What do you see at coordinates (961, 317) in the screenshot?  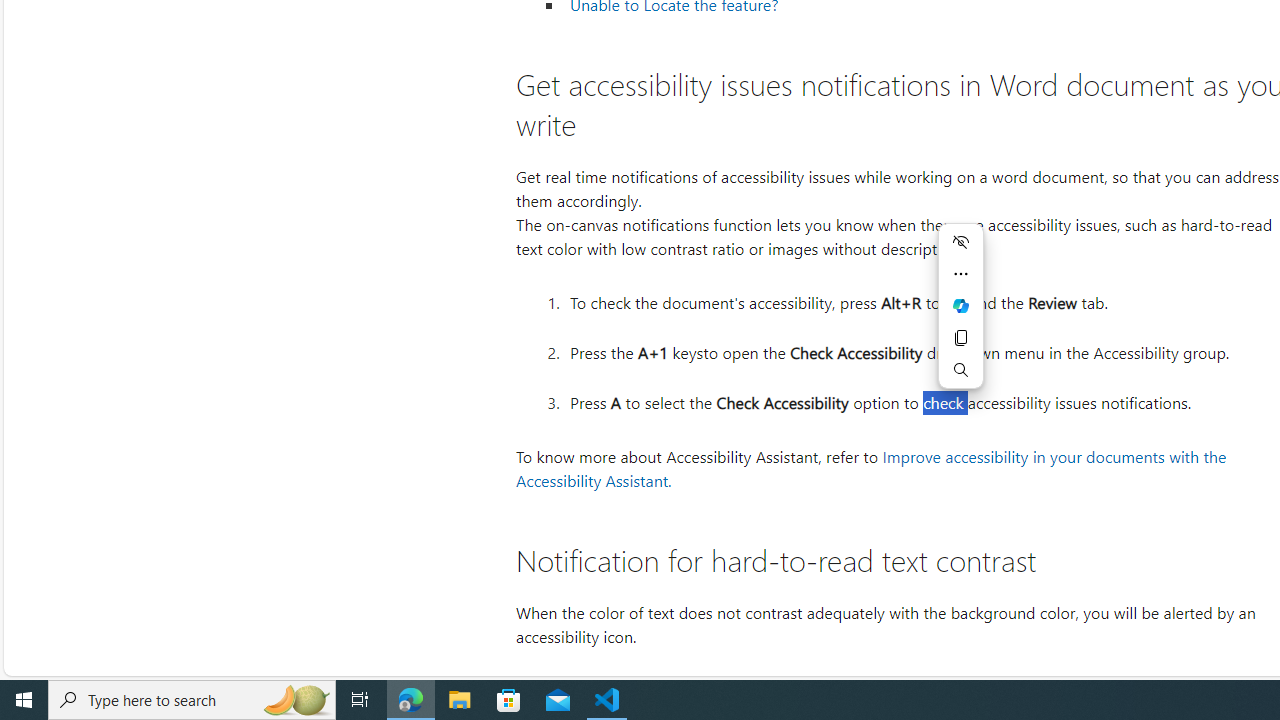 I see `'Mini menu on text selection'` at bounding box center [961, 317].